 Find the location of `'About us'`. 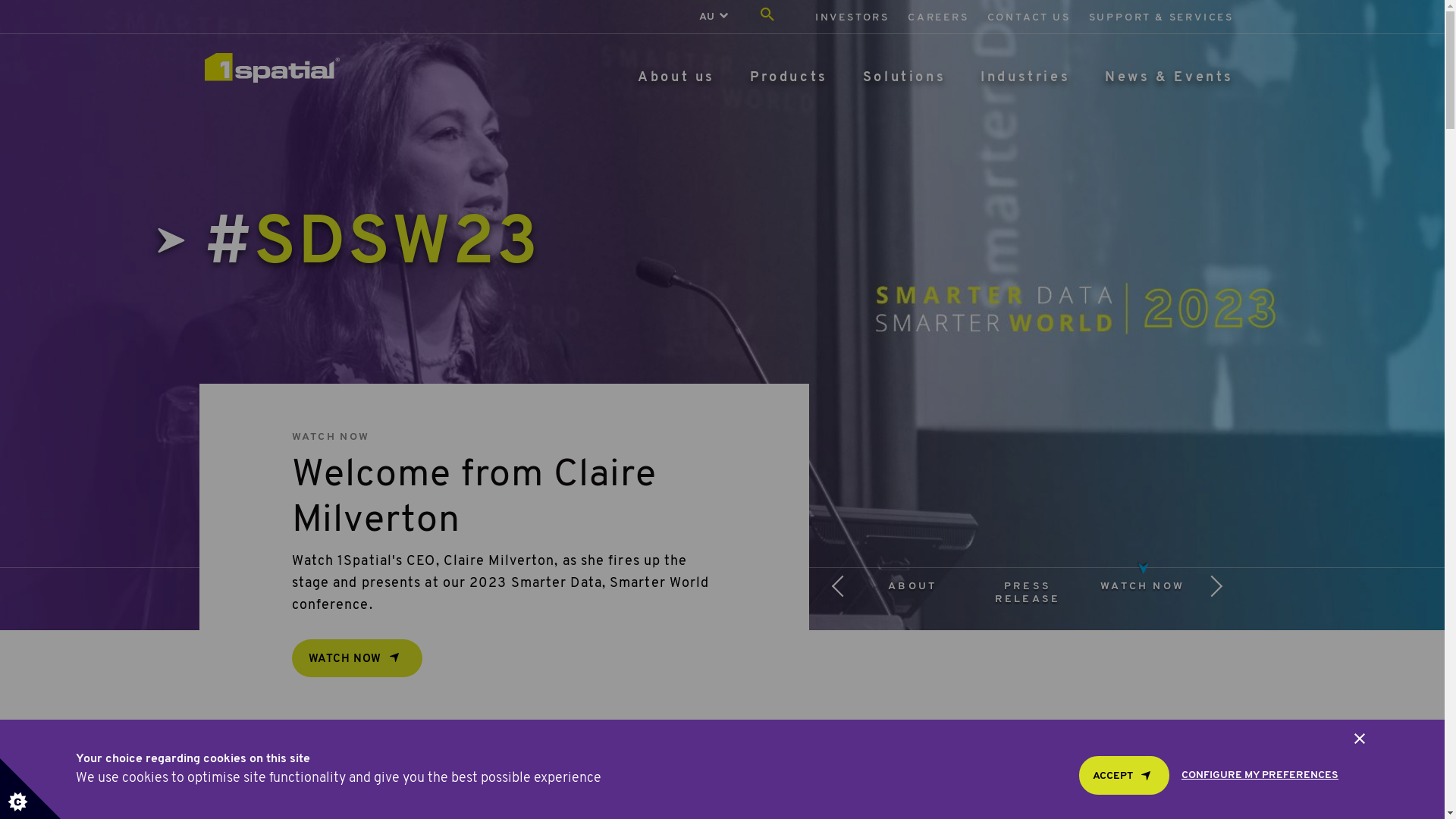

'About us' is located at coordinates (676, 77).